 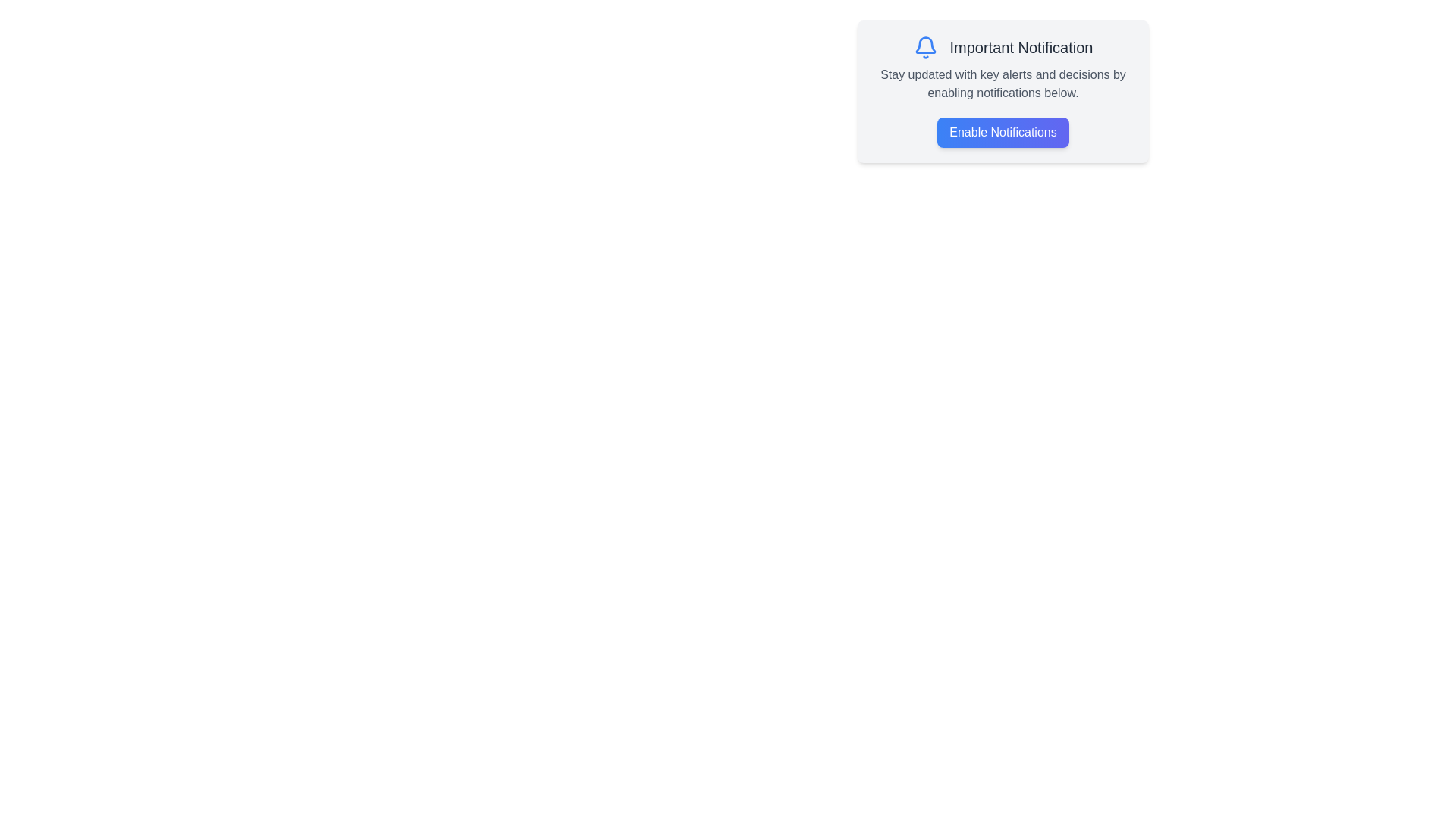 I want to click on the Header element that contains a blue bell icon and the text 'Important Notification', which is positioned at the top of the layout, so click(x=1003, y=46).